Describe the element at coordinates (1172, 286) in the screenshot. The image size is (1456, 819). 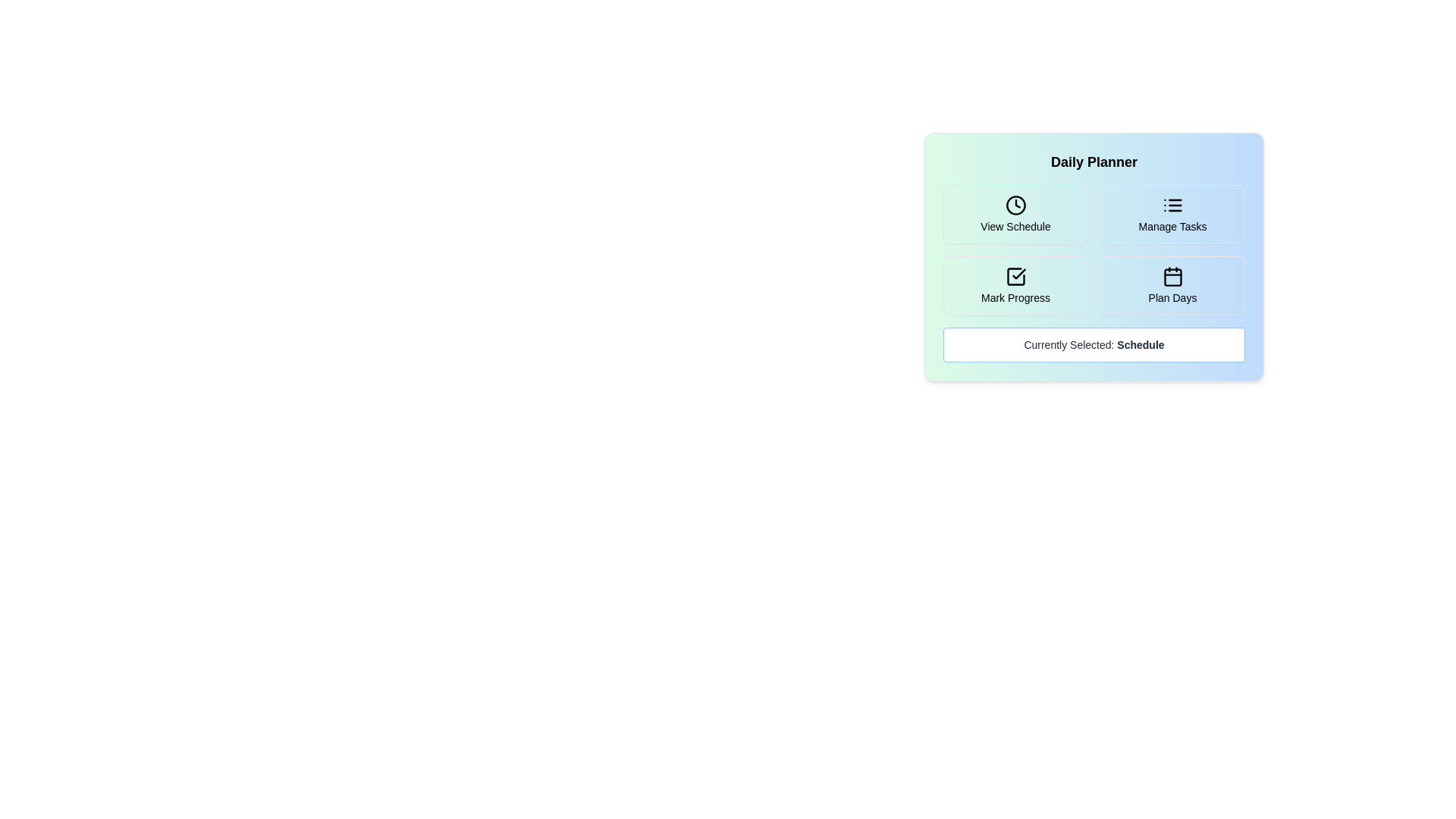
I see `the button corresponding to the activity Plan Days` at that location.